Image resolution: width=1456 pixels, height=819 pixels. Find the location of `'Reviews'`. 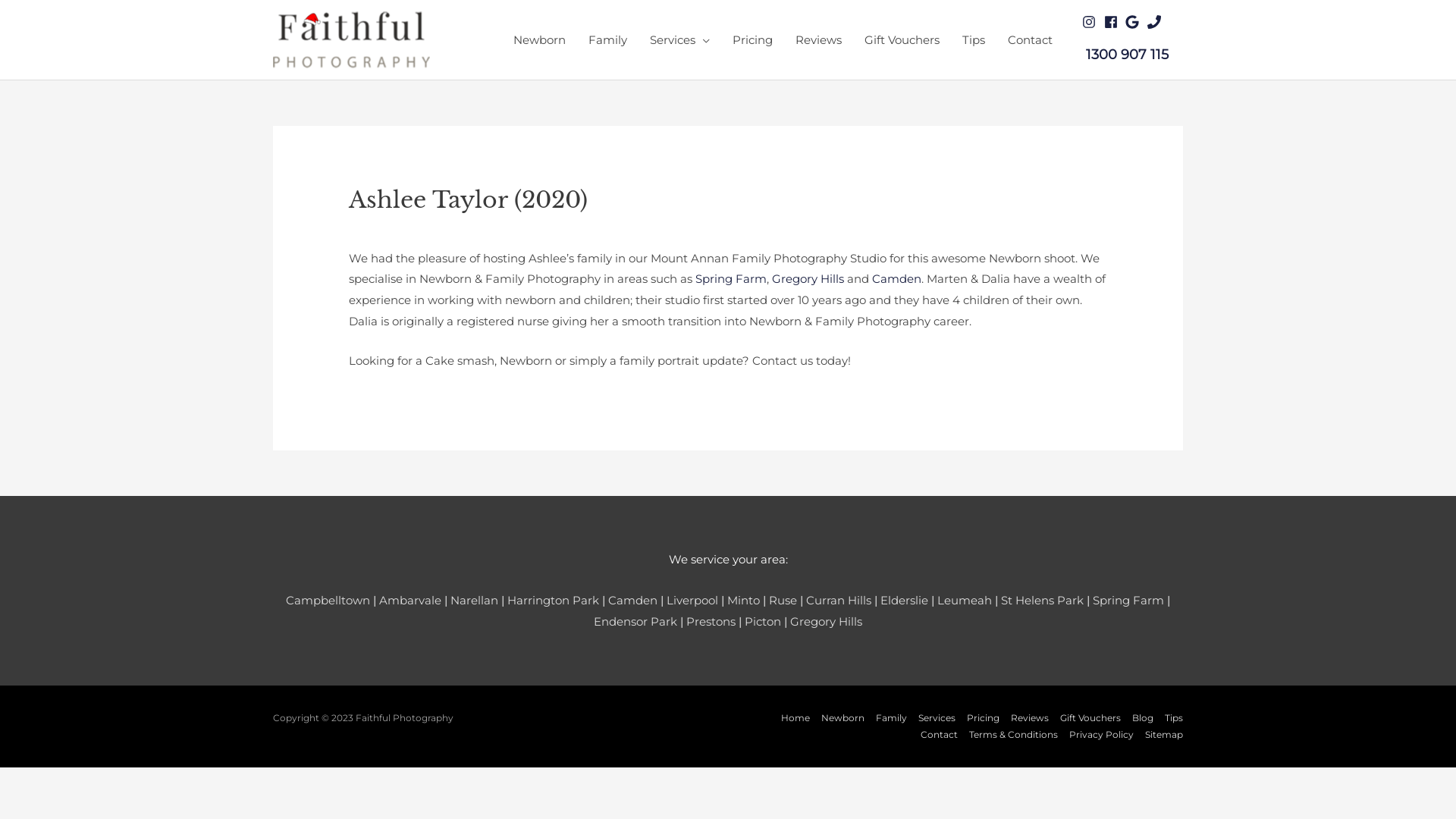

'Reviews' is located at coordinates (1025, 717).